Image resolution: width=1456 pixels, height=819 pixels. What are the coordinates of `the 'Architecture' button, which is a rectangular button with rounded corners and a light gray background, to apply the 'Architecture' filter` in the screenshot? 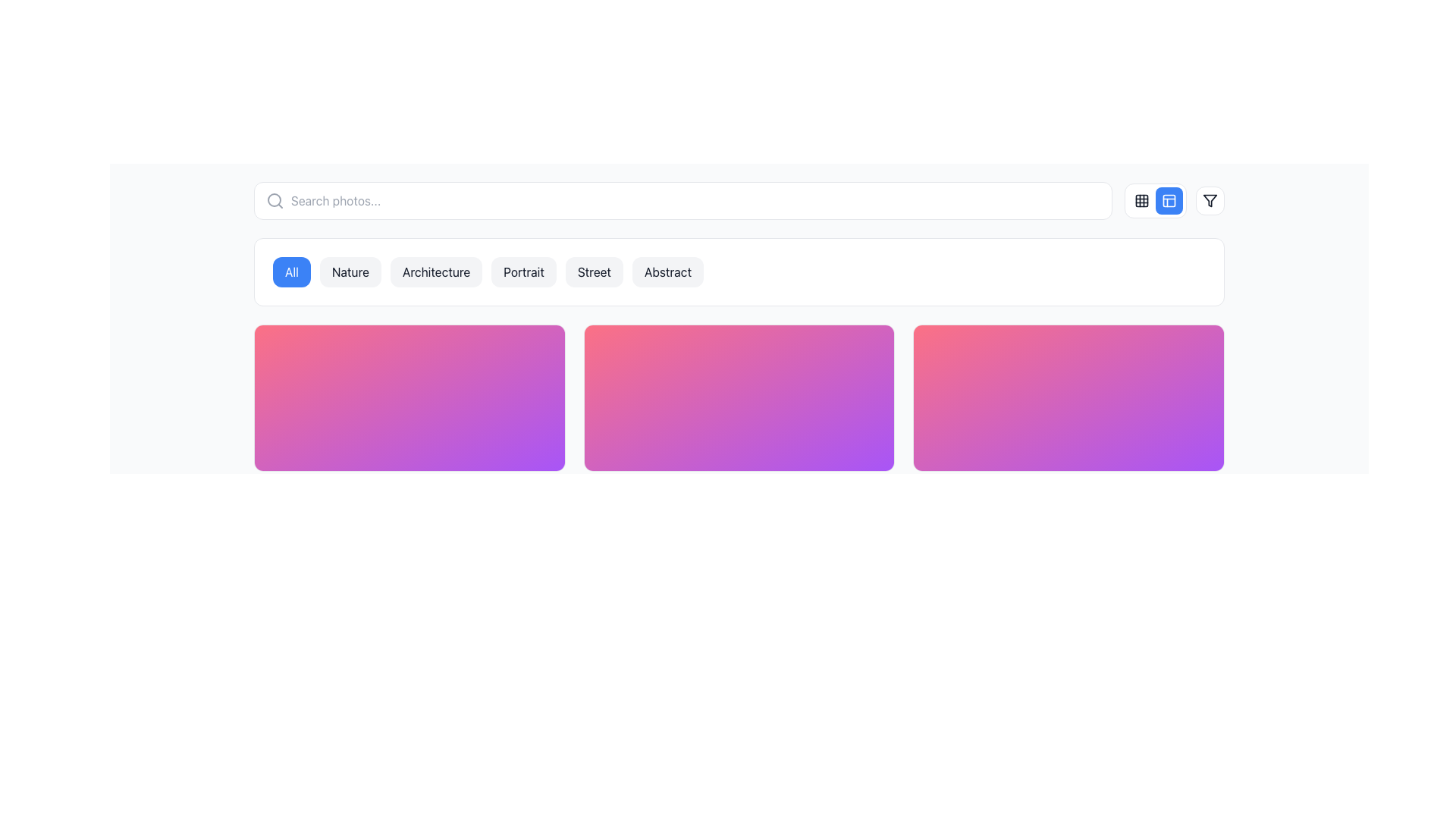 It's located at (435, 271).